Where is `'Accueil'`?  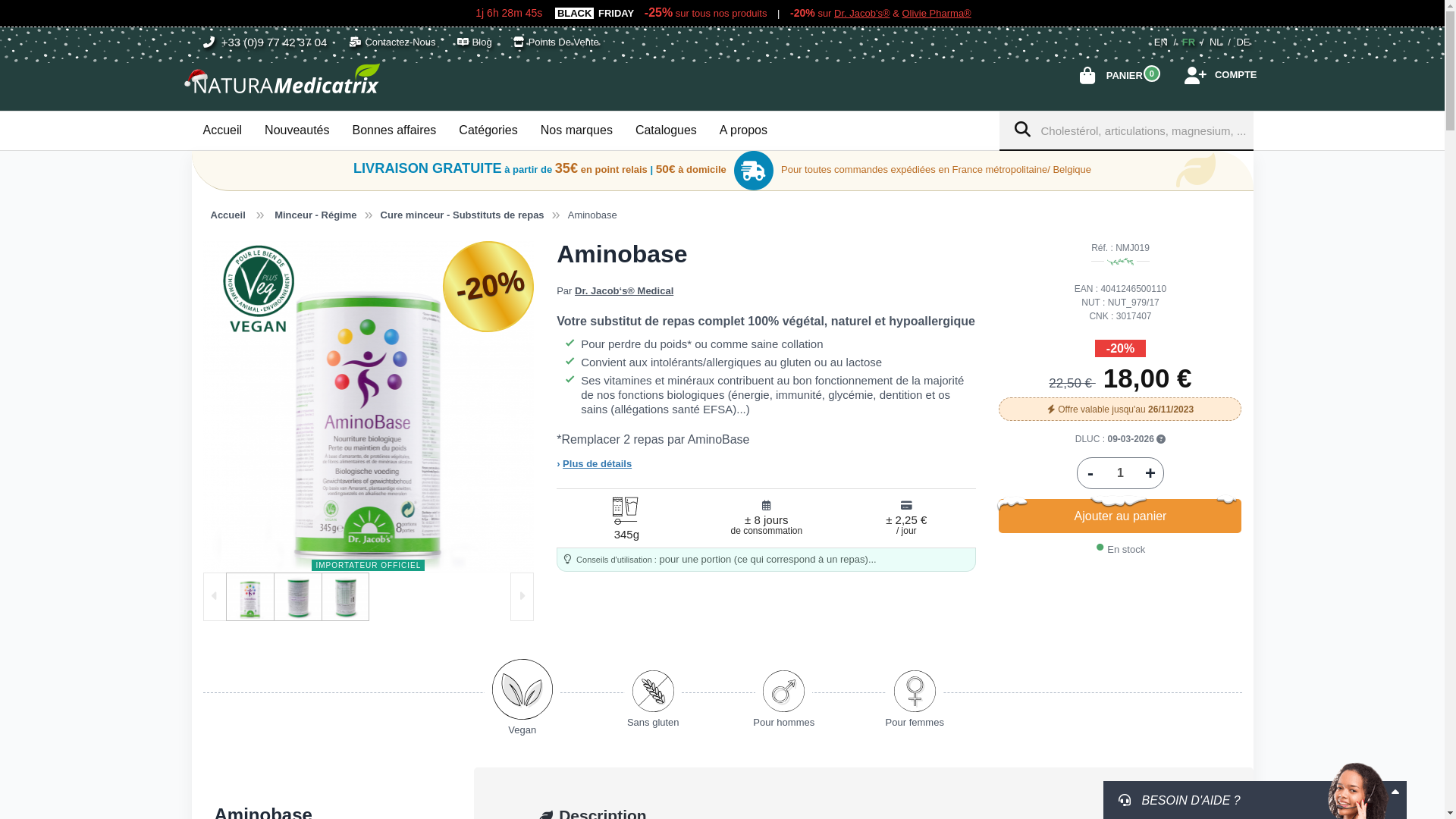
'Accueil' is located at coordinates (227, 215).